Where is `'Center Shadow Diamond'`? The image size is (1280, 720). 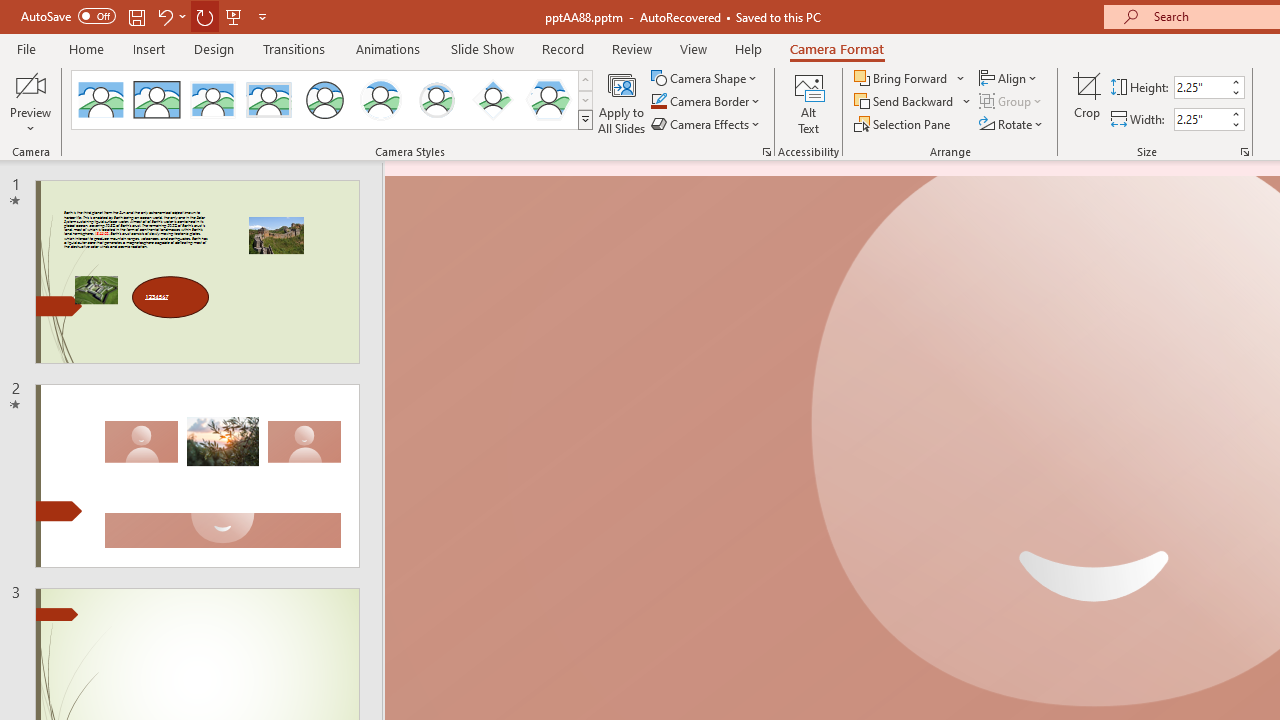
'Center Shadow Diamond' is located at coordinates (492, 100).